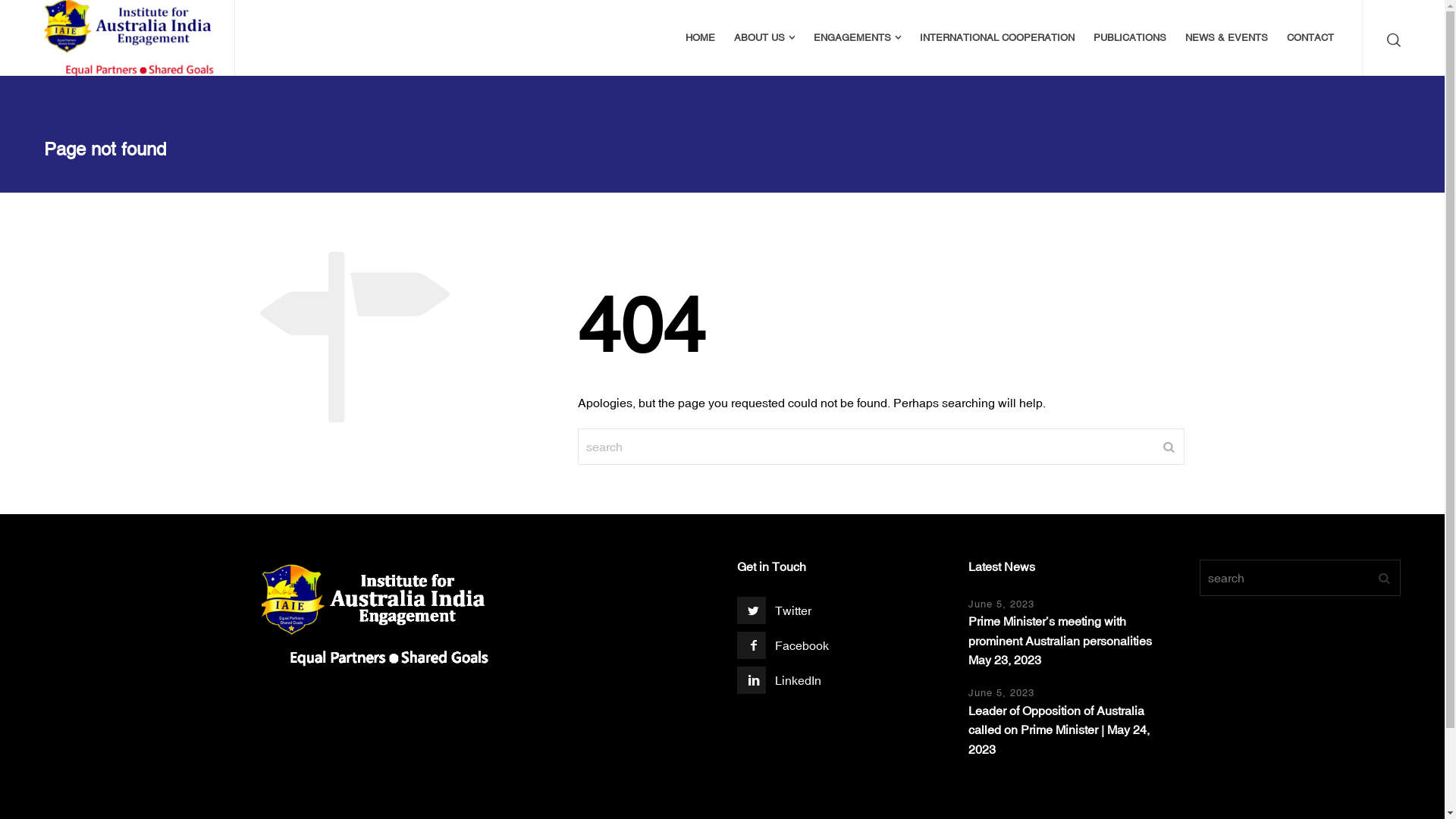 The image size is (1456, 819). What do you see at coordinates (700, 37) in the screenshot?
I see `'HOME'` at bounding box center [700, 37].